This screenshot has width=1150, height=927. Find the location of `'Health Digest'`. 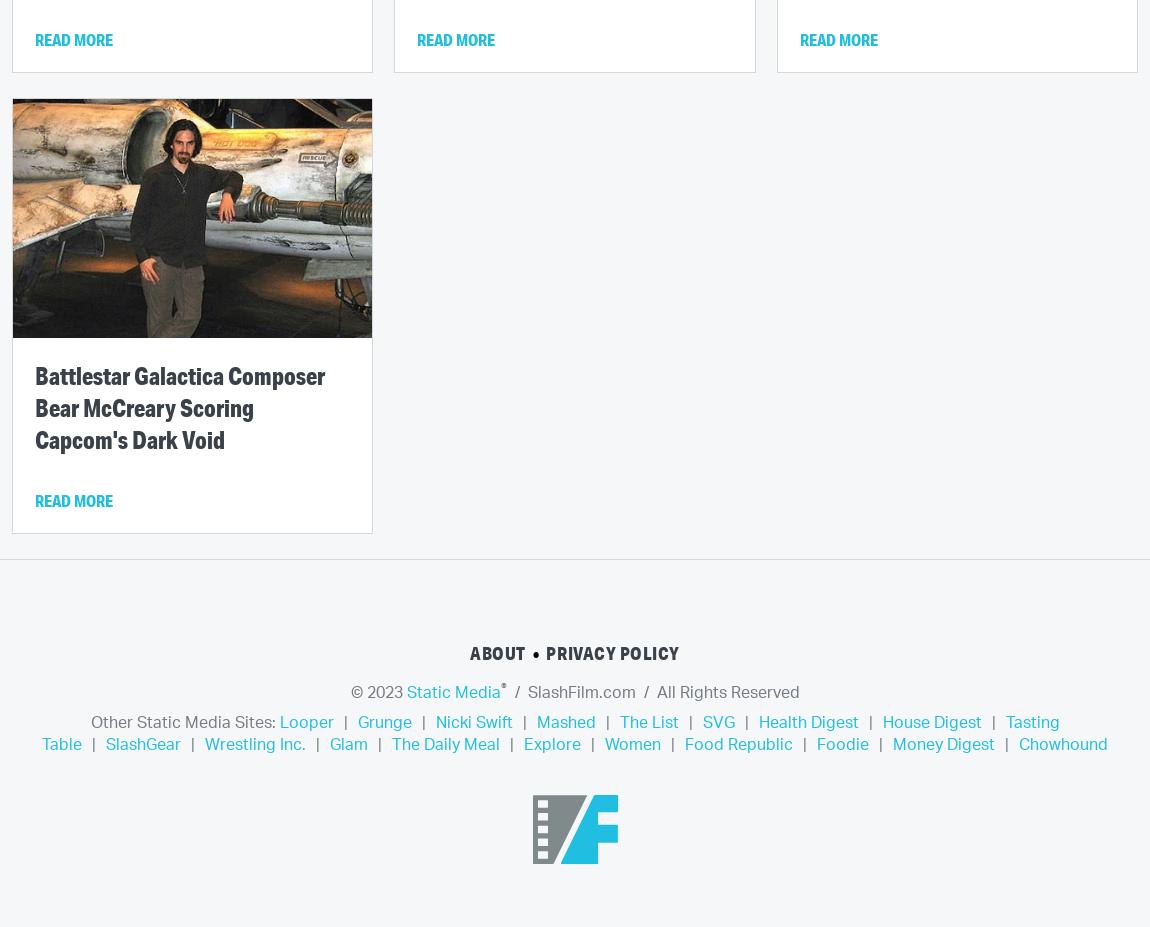

'Health Digest' is located at coordinates (806, 721).